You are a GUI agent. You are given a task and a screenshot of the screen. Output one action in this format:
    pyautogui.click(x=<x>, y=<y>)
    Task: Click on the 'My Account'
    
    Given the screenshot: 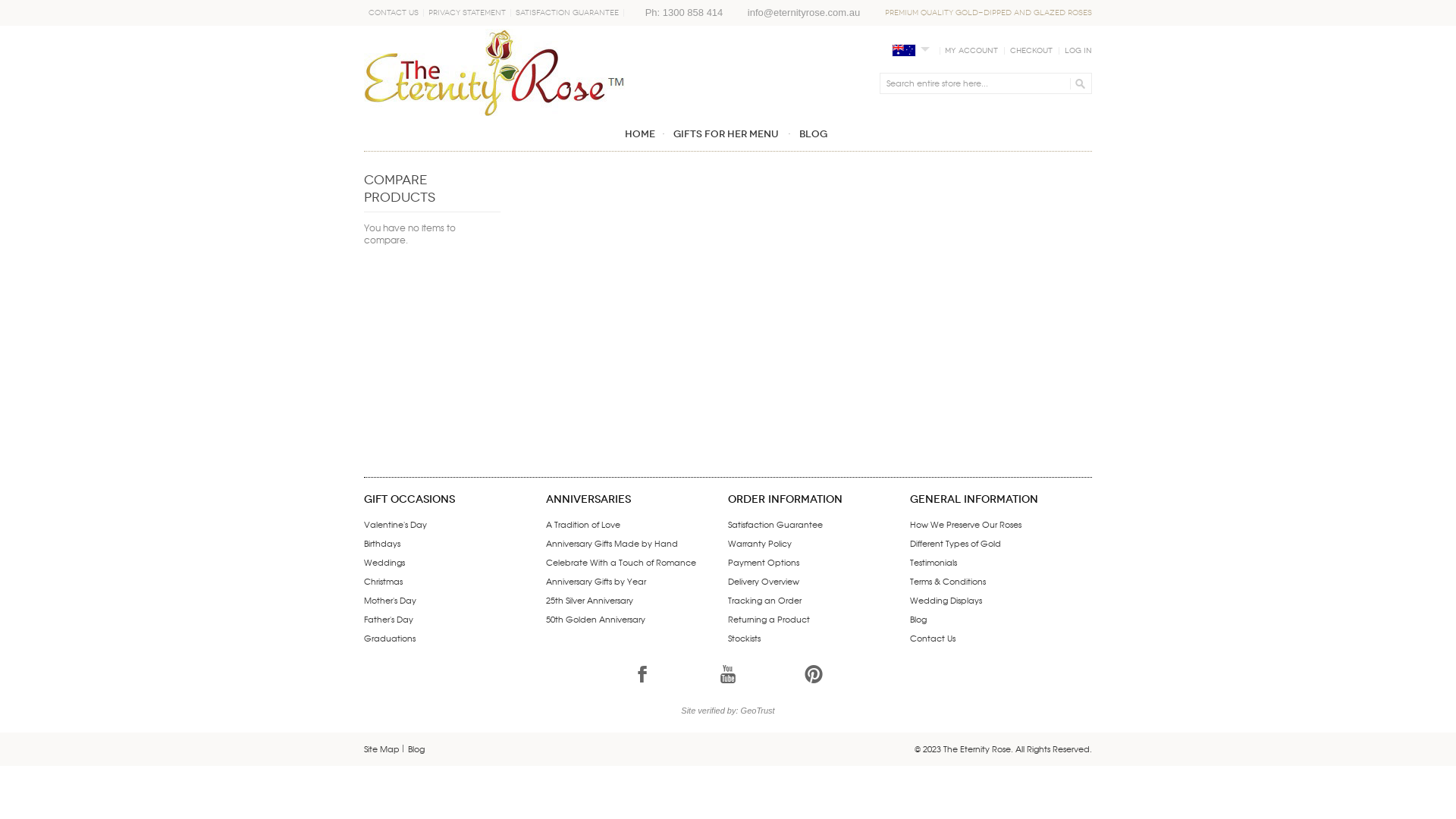 What is the action you would take?
    pyautogui.click(x=971, y=49)
    